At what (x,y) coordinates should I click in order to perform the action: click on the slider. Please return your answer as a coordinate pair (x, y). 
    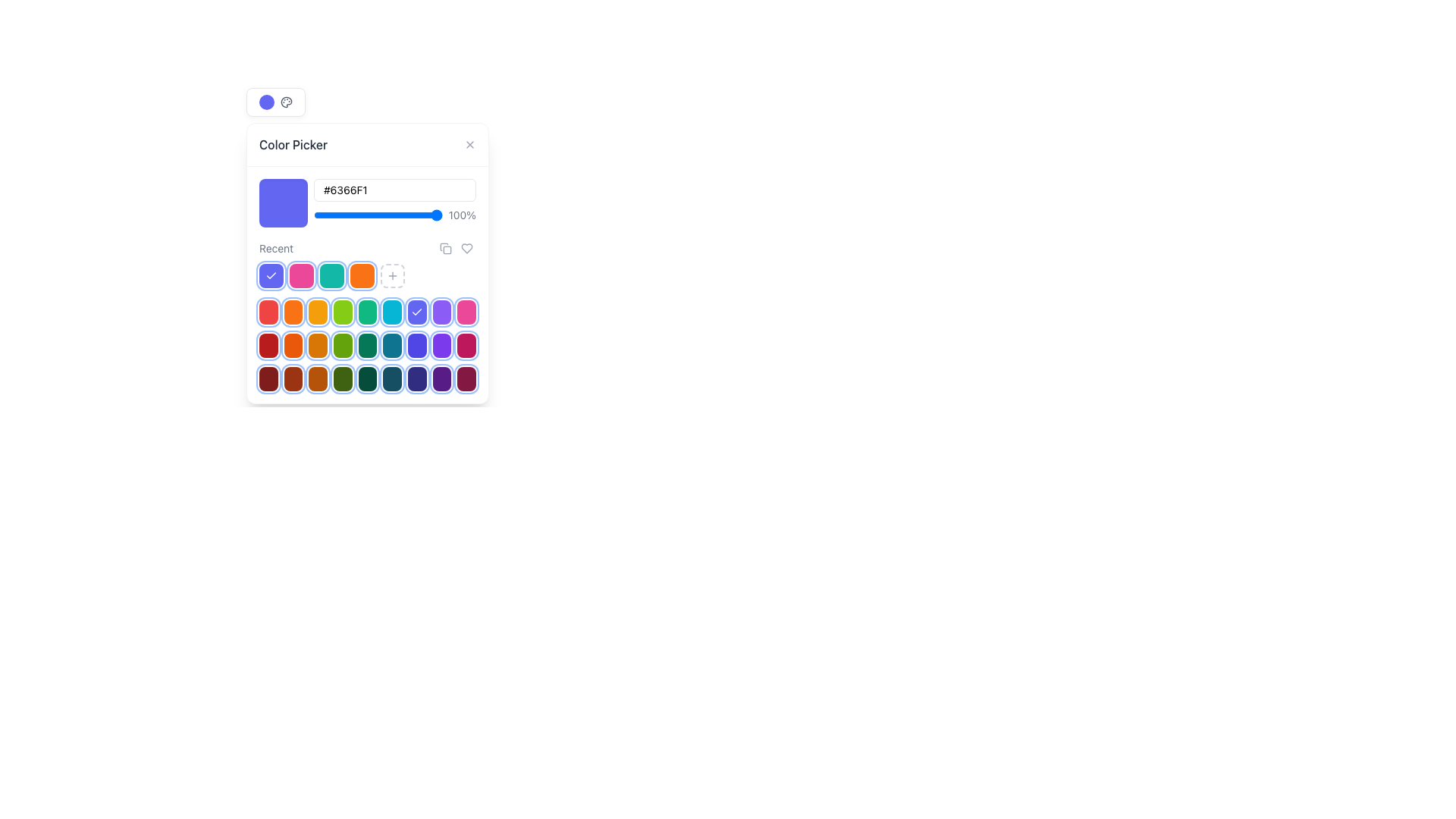
    Looking at the image, I should click on (322, 215).